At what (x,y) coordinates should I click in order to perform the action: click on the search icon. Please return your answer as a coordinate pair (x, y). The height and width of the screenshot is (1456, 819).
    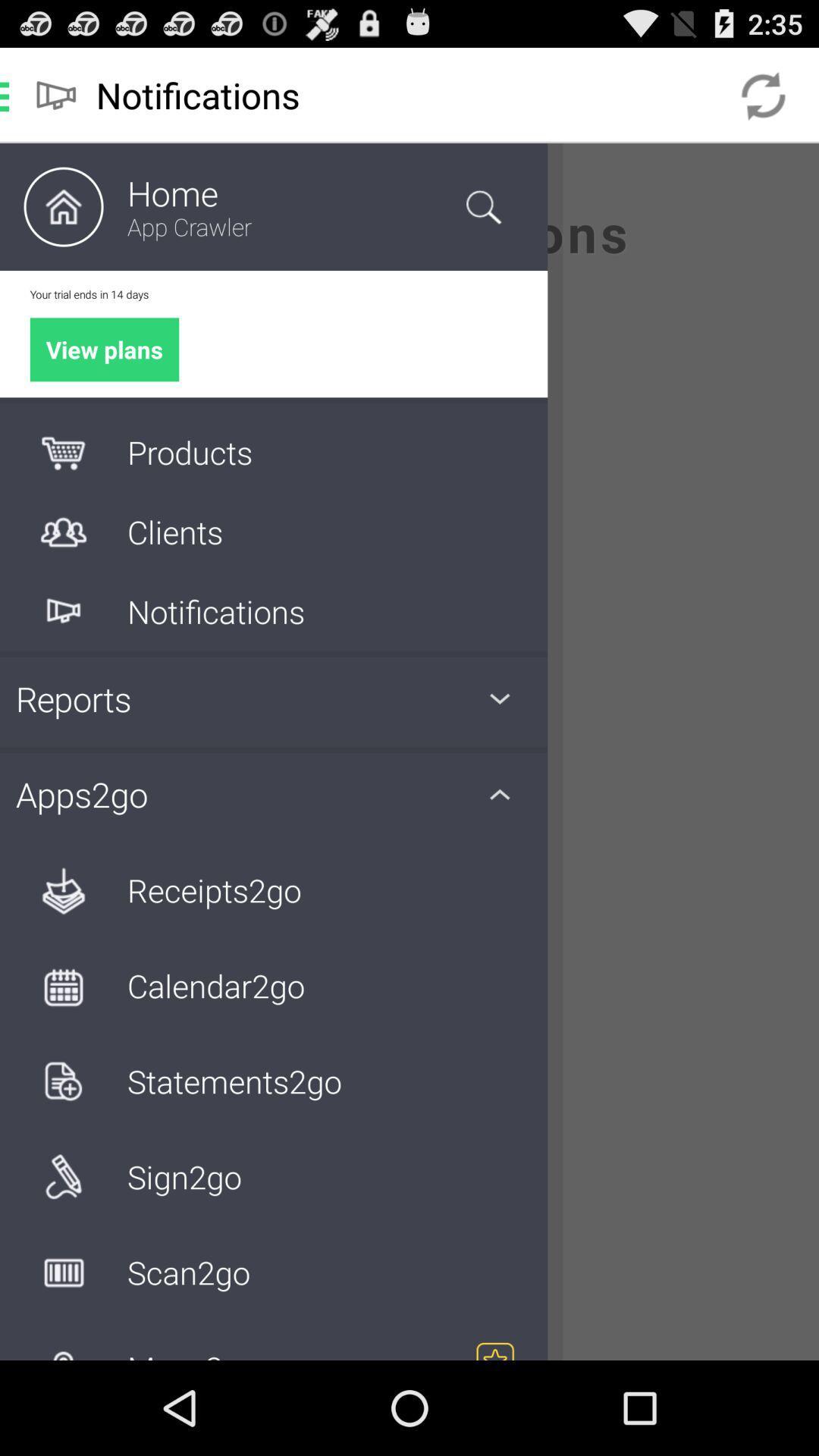
    Looking at the image, I should click on (483, 206).